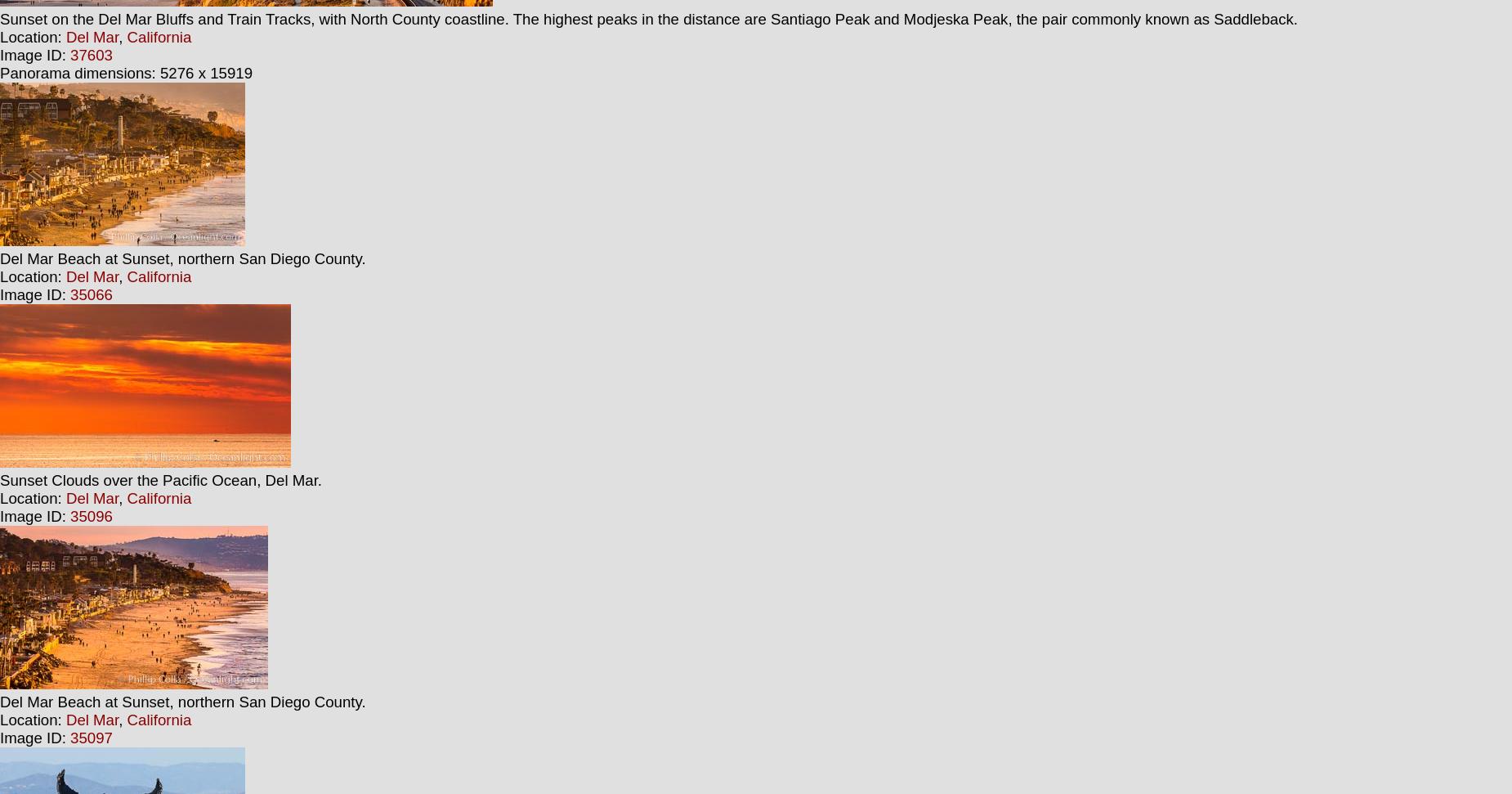 The width and height of the screenshot is (1512, 794). I want to click on 'Sunset Clouds over the Pacific Ocean, Del Mar.', so click(160, 480).